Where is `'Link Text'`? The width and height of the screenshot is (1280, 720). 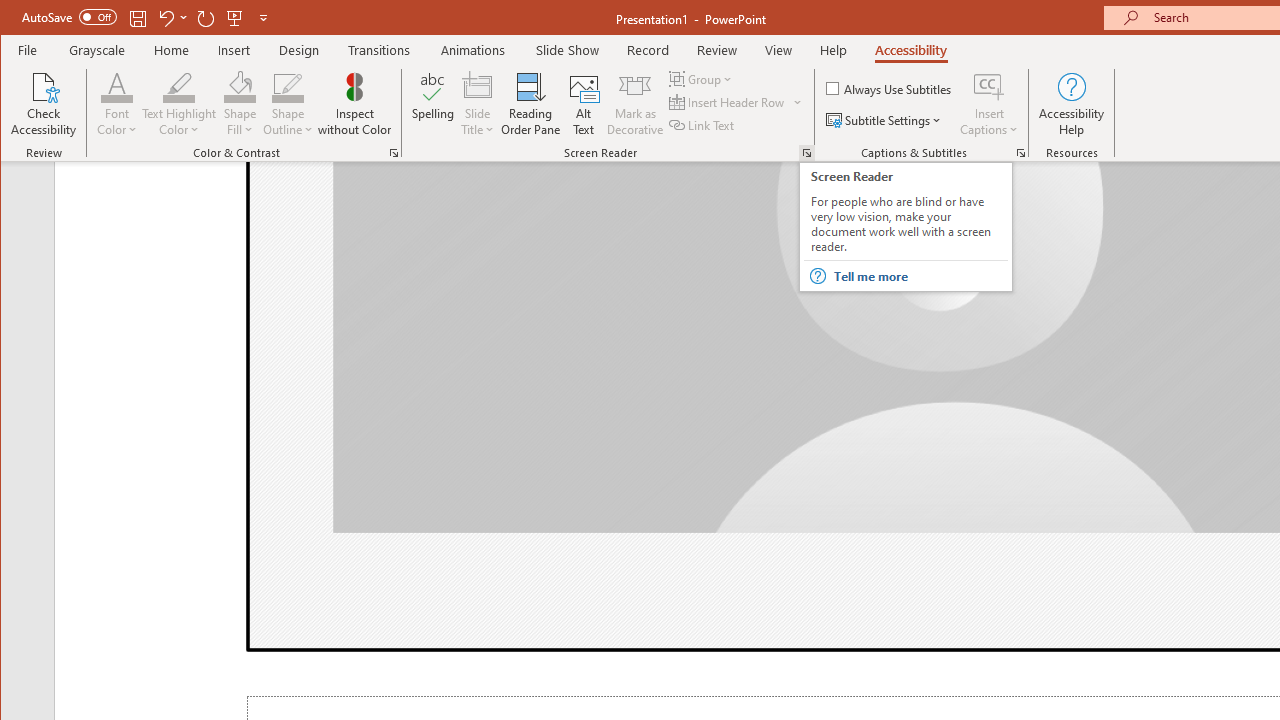
'Link Text' is located at coordinates (703, 125).